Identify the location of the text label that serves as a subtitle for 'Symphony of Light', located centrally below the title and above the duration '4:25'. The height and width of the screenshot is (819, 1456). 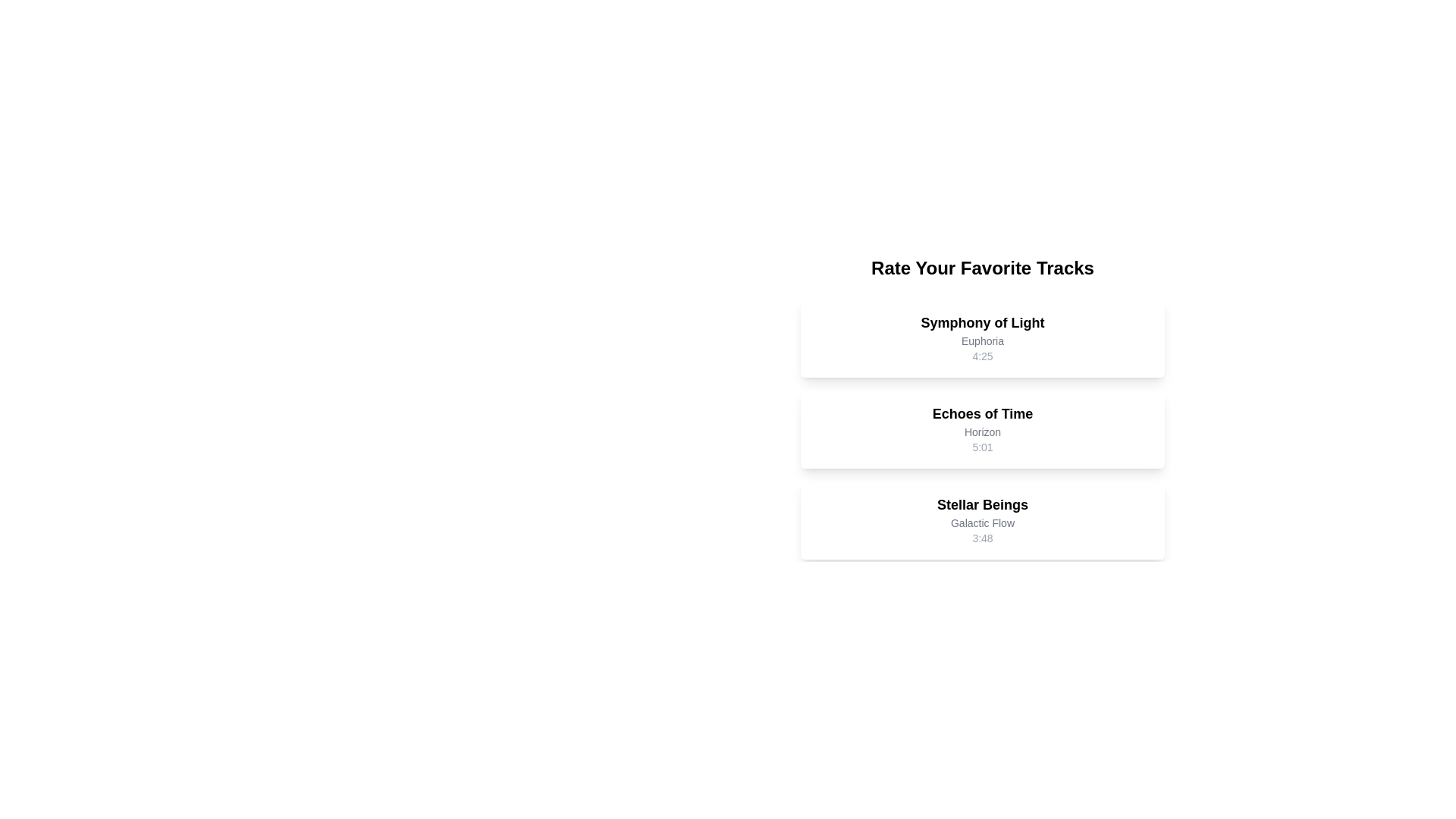
(983, 341).